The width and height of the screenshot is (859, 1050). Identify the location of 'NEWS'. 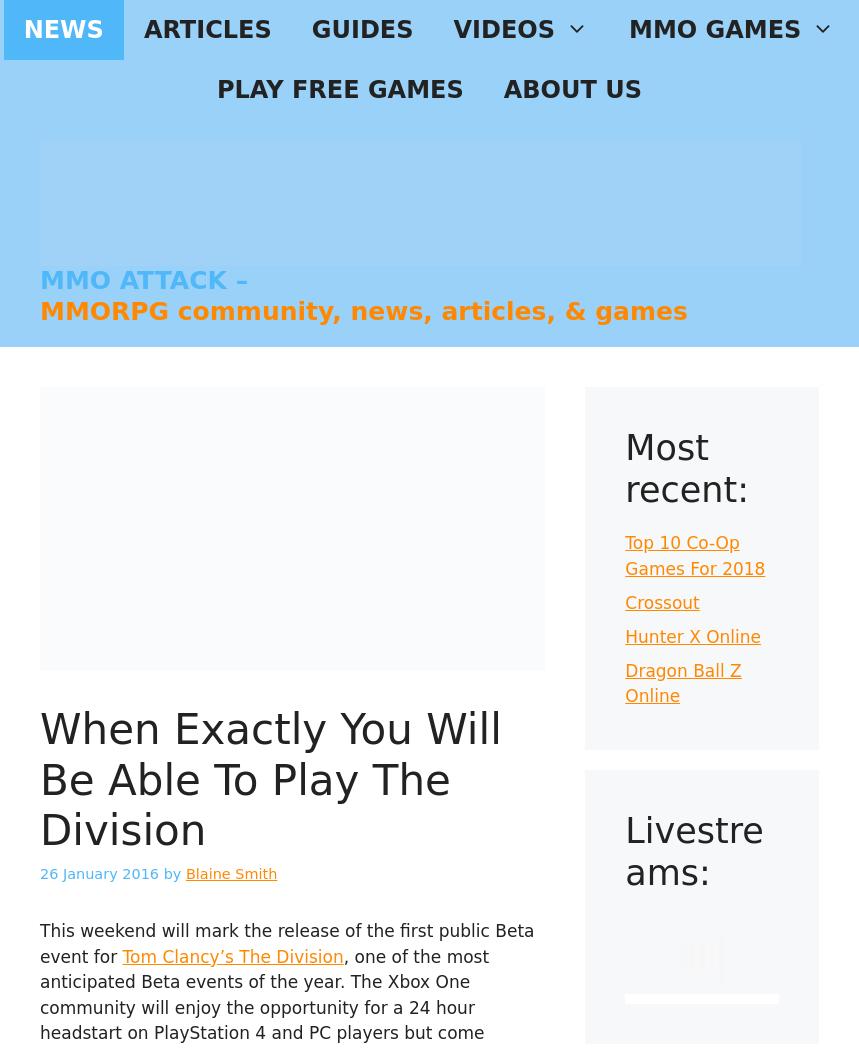
(61, 30).